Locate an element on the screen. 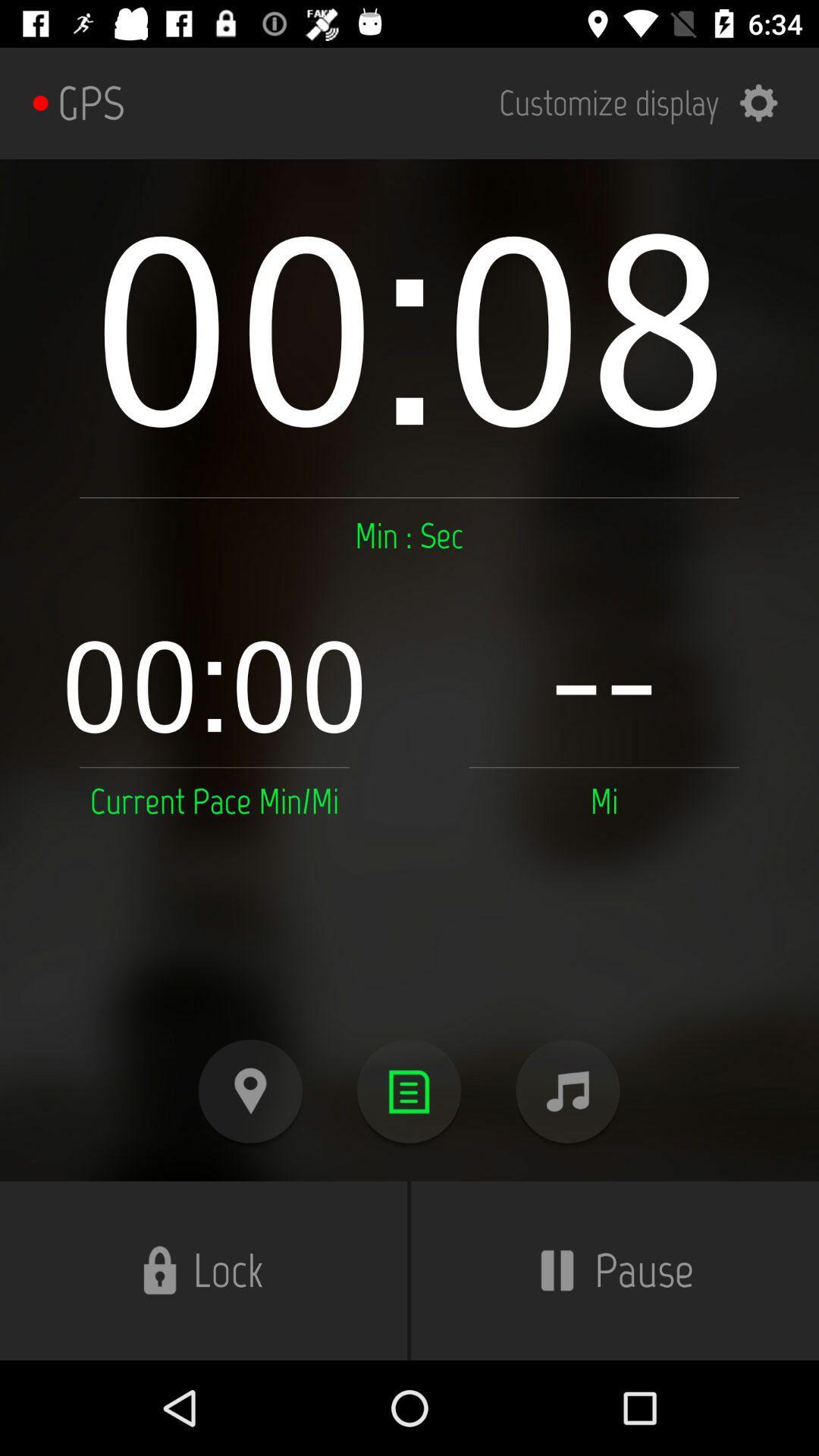 Image resolution: width=819 pixels, height=1456 pixels. the customize display is located at coordinates (648, 102).